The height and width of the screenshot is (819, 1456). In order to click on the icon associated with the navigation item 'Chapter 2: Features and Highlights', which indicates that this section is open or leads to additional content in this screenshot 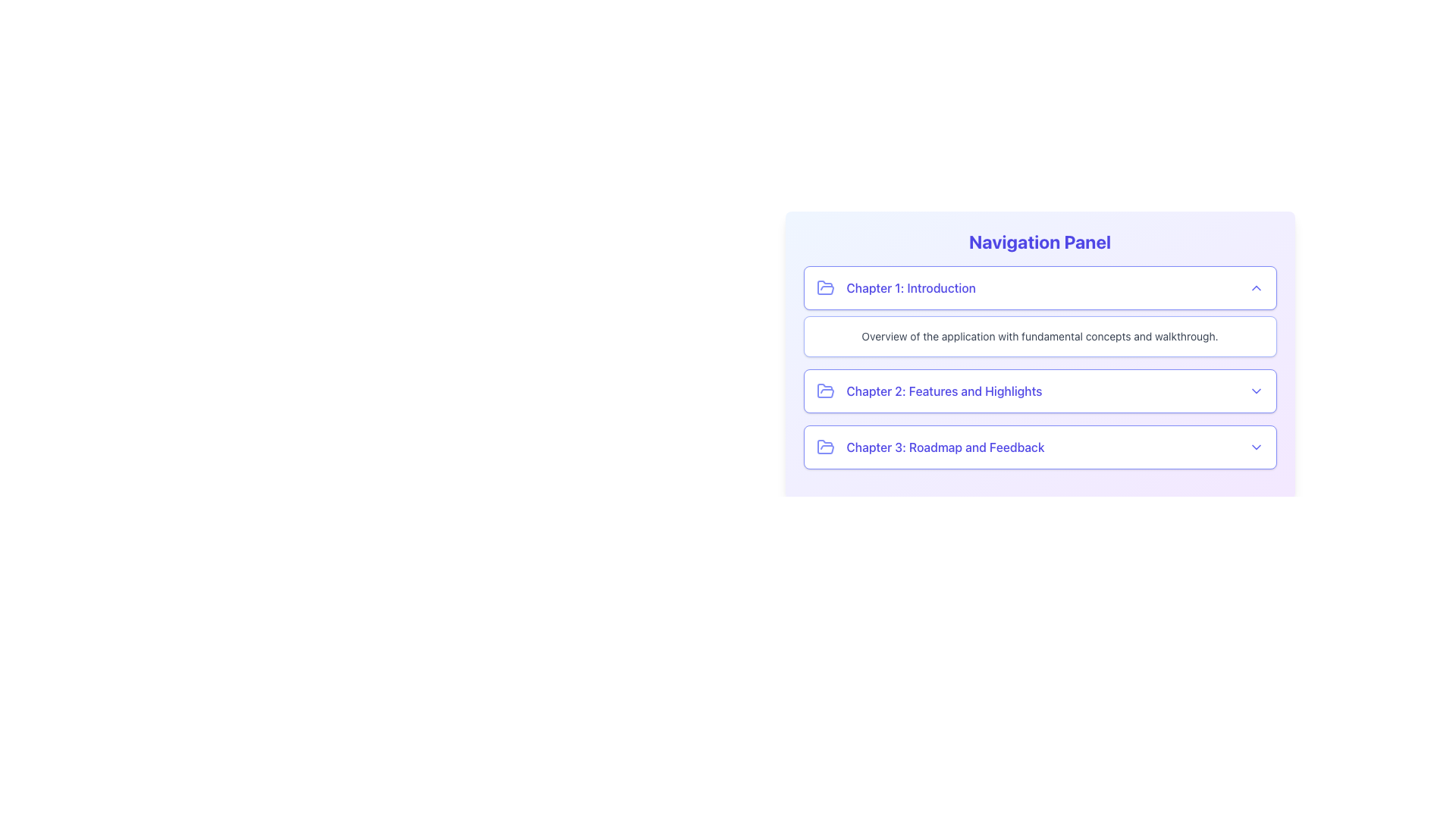, I will do `click(824, 391)`.